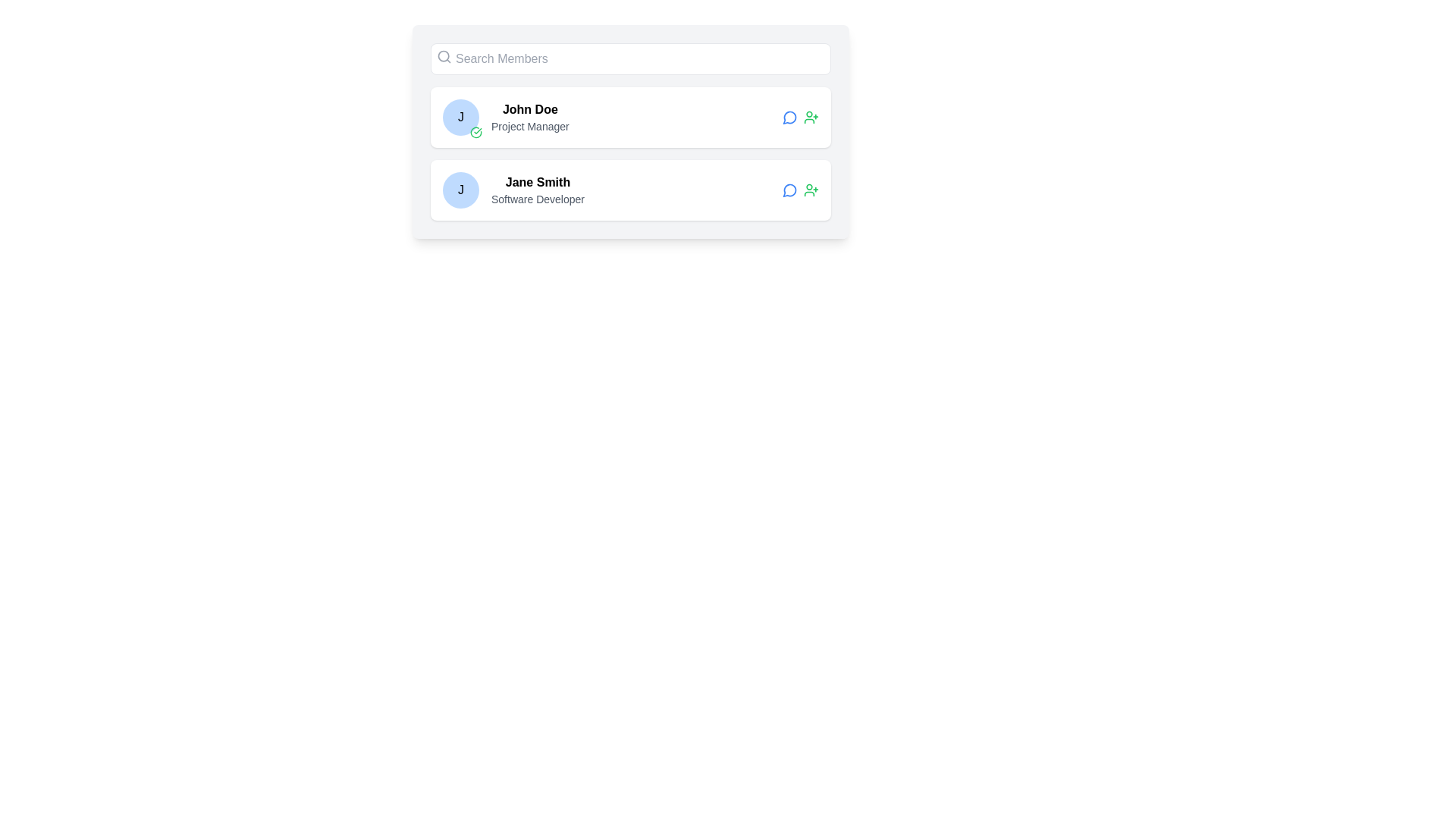 The image size is (1456, 819). Describe the element at coordinates (530, 125) in the screenshot. I see `the static text label displaying the role or position associated with 'John Doe' in the member directory, located below the name within the first profile card` at that location.